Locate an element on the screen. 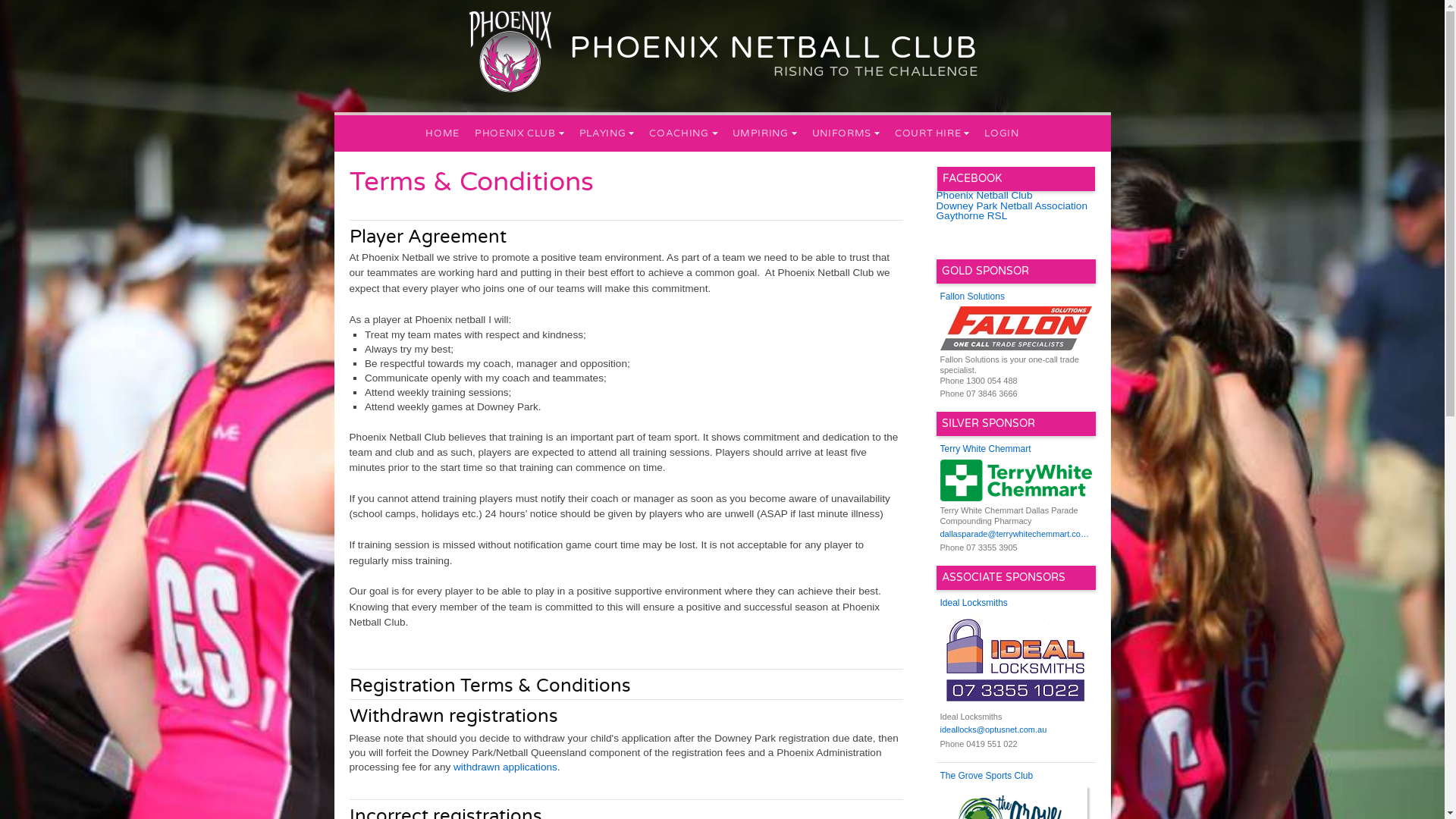 This screenshot has height=819, width=1456. 'HOME' is located at coordinates (441, 133).